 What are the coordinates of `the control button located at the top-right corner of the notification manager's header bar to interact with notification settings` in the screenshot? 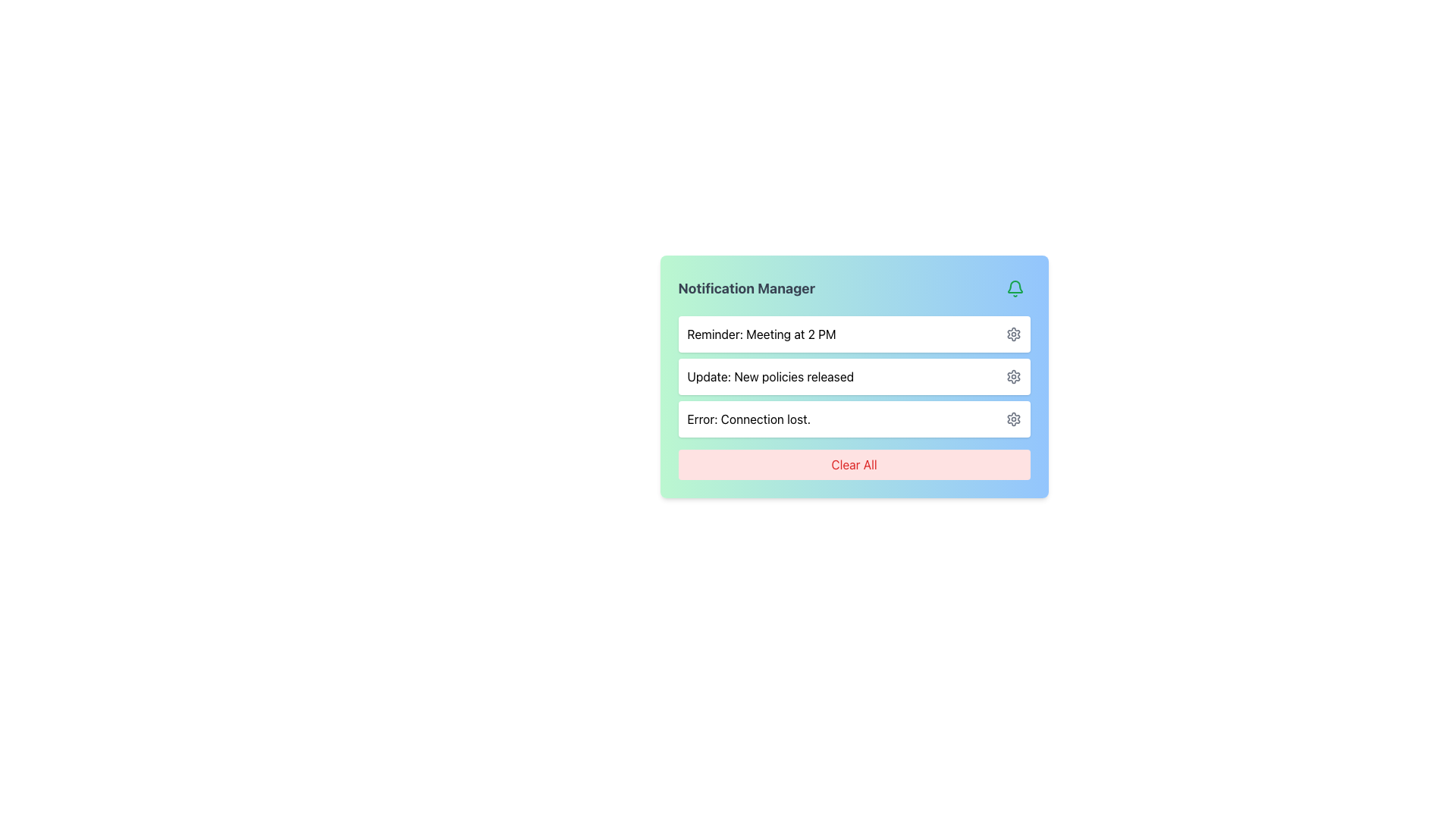 It's located at (1015, 289).